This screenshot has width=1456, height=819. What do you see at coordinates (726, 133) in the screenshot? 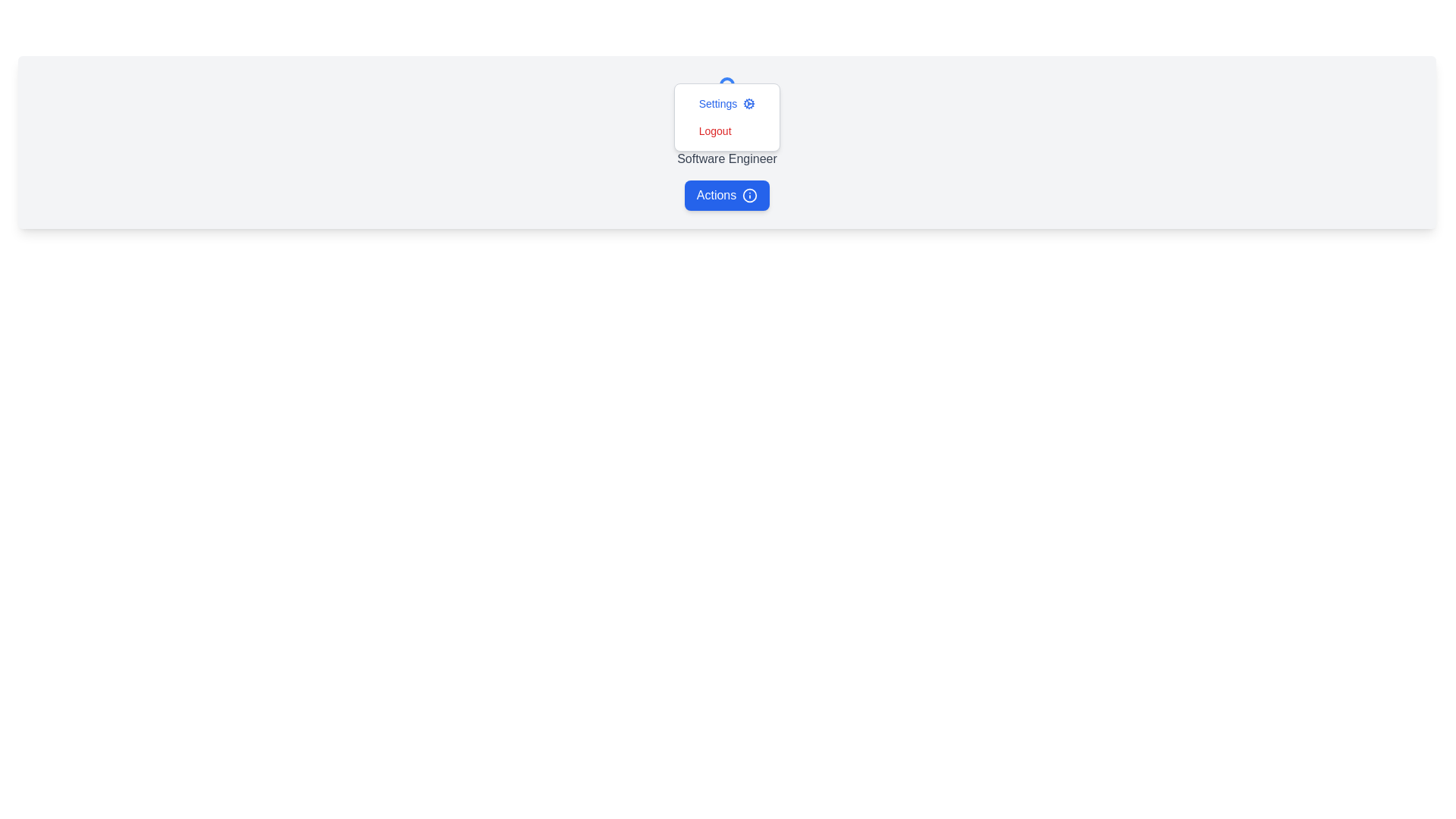
I see `the 'Logout' hyperlink located in the dropdown menu under the 'Settings' option in the user profile section` at bounding box center [726, 133].